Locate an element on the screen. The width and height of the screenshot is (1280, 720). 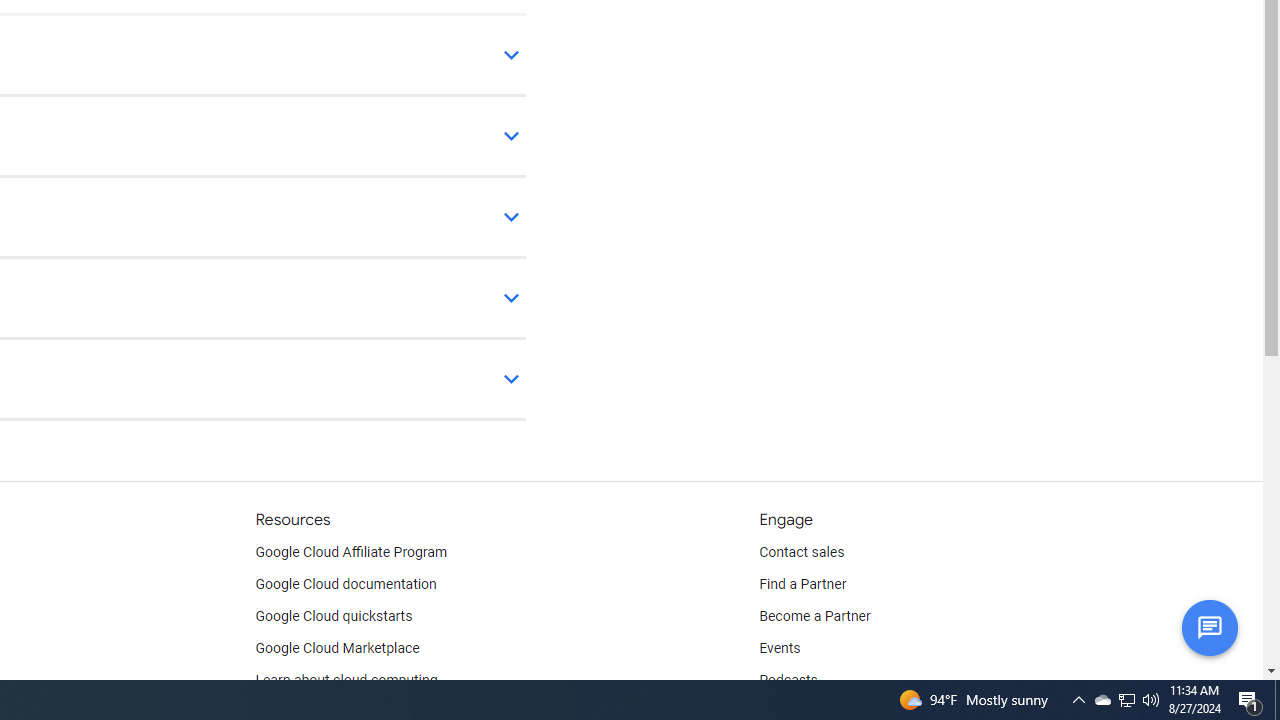
'Events' is located at coordinates (779, 649).